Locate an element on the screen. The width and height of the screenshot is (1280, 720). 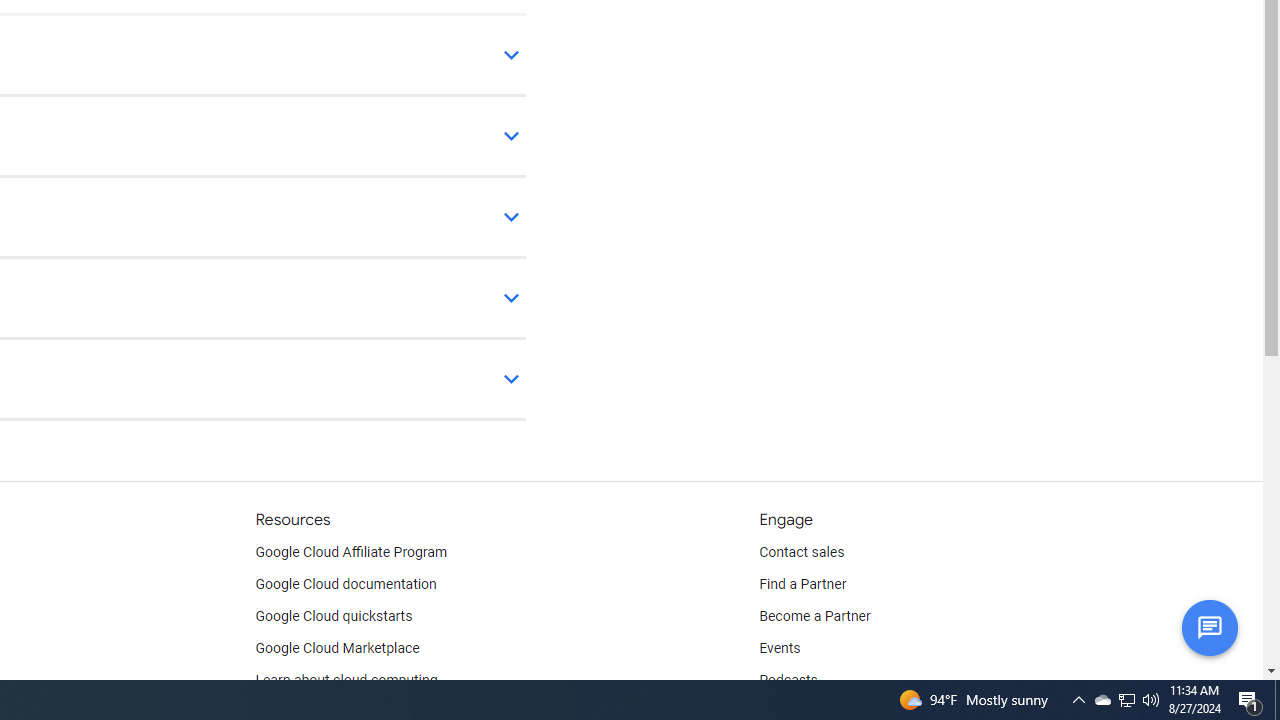
'Events' is located at coordinates (779, 649).